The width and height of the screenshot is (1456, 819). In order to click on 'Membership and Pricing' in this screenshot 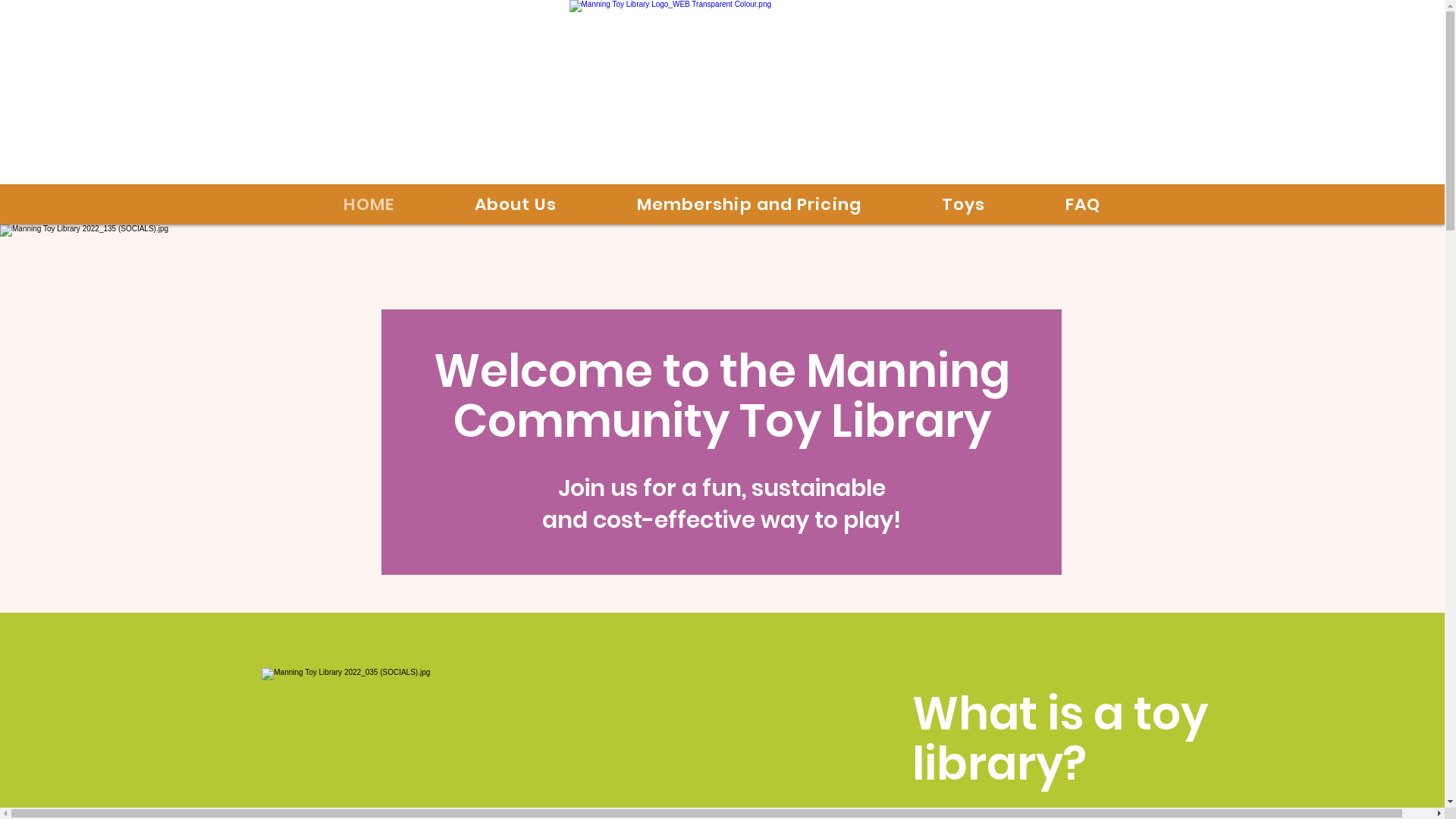, I will do `click(749, 203)`.